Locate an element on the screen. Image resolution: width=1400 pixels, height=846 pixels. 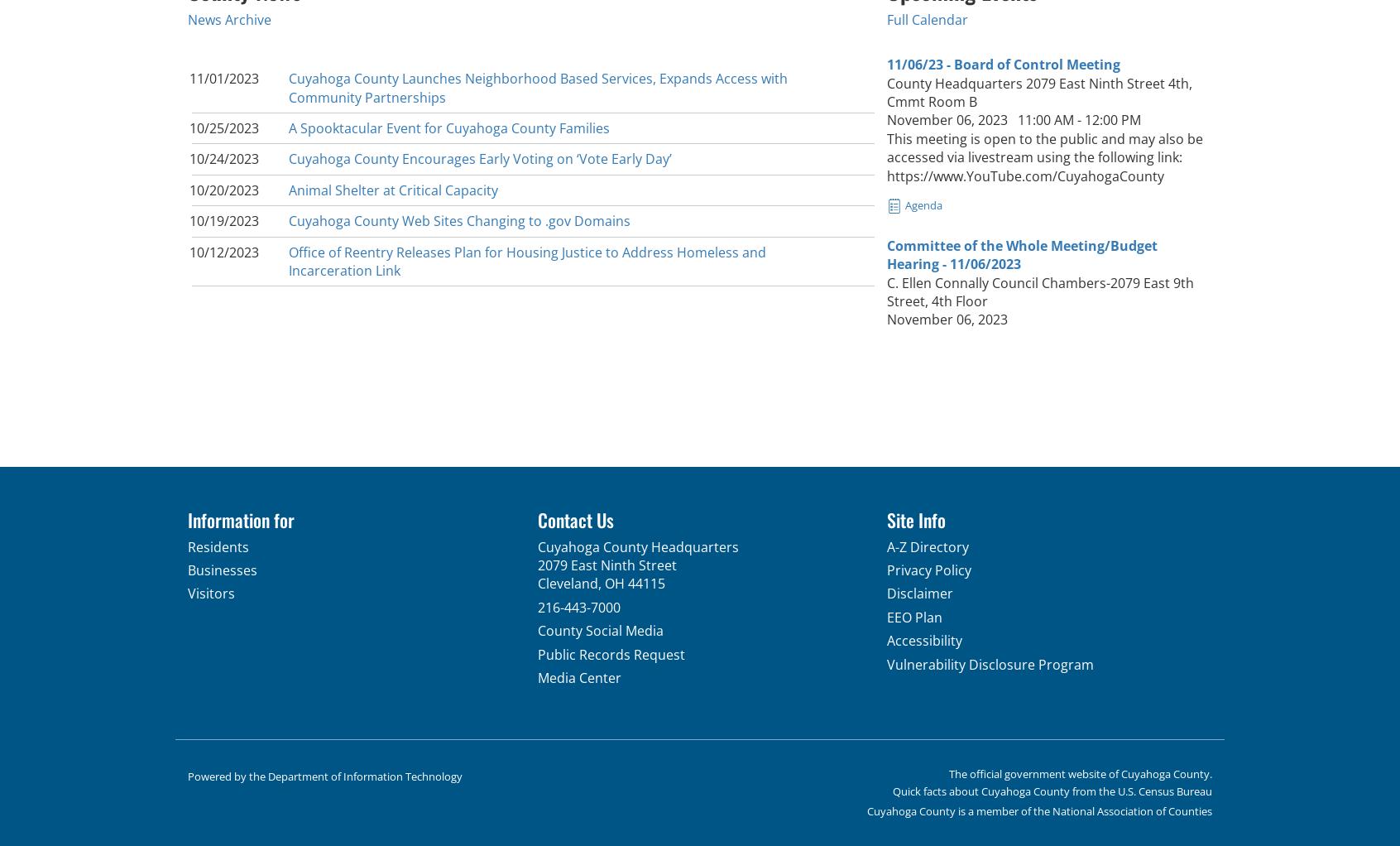
'11:00 AM' is located at coordinates (1045, 120).